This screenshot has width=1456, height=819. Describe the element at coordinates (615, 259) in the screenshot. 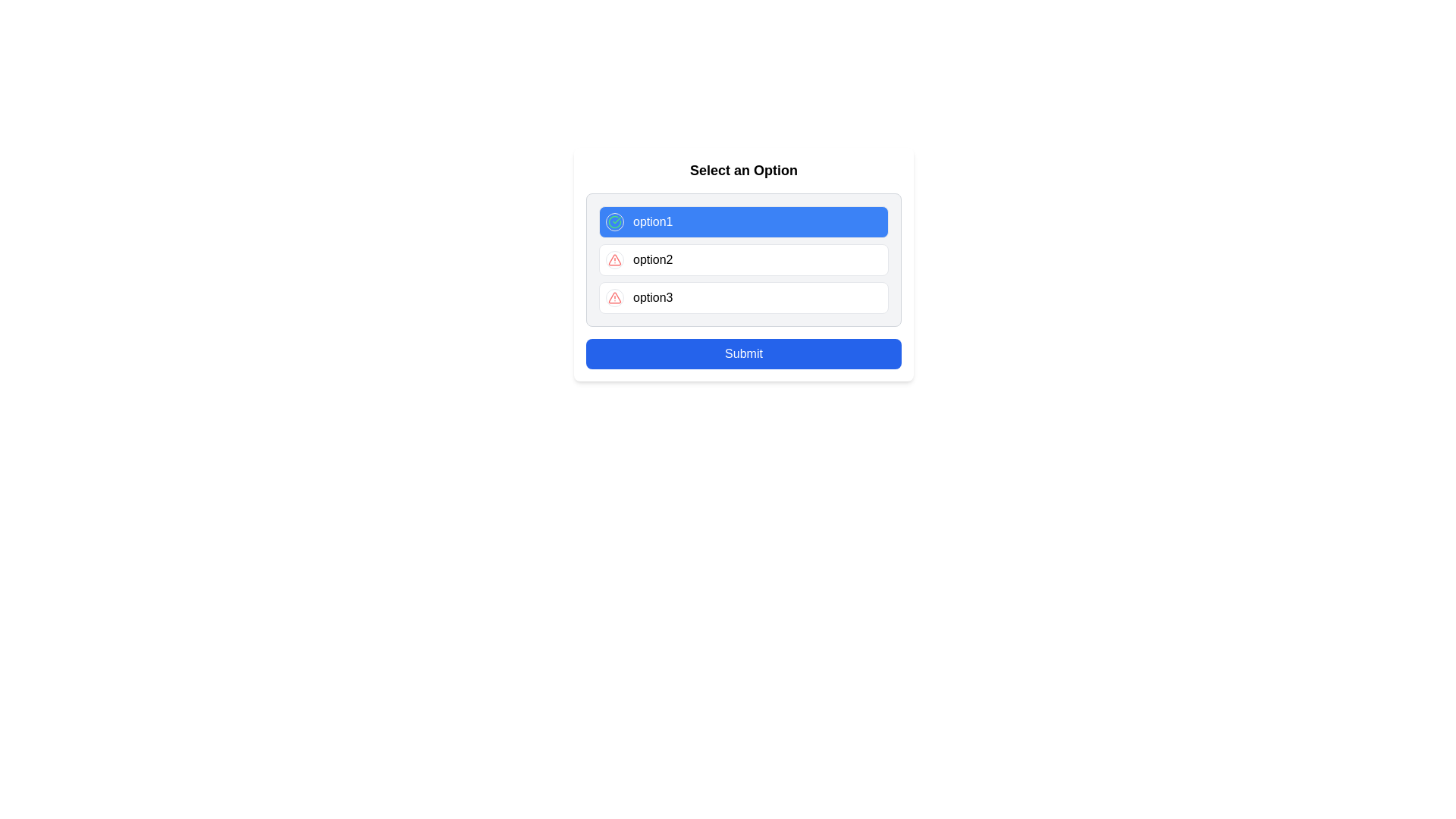

I see `the warning icon located inside the second option box, to the left of the text labeled 'option2'` at that location.